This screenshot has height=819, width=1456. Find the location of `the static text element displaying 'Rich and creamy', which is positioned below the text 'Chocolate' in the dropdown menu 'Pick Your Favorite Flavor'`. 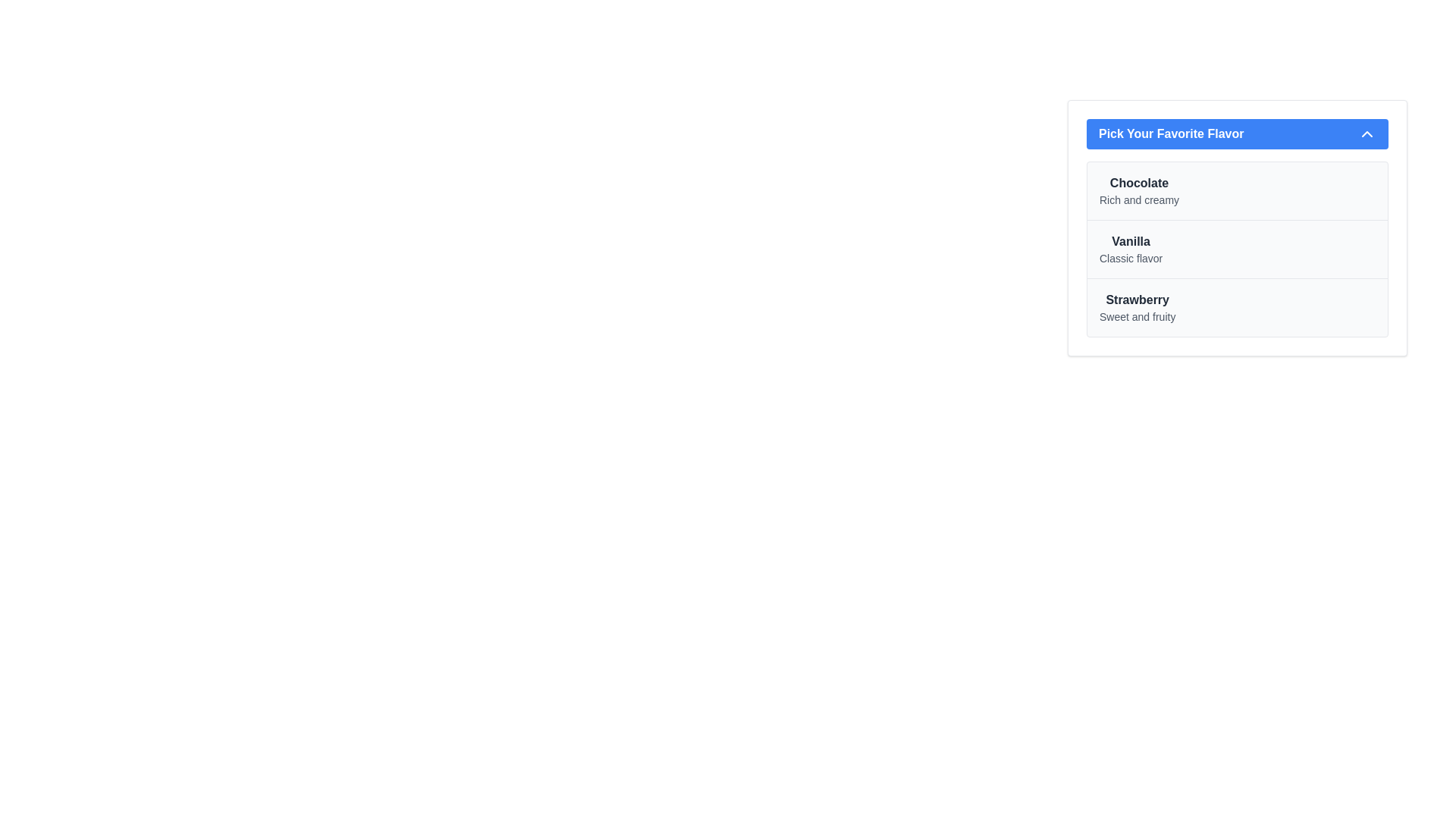

the static text element displaying 'Rich and creamy', which is positioned below the text 'Chocolate' in the dropdown menu 'Pick Your Favorite Flavor' is located at coordinates (1139, 199).